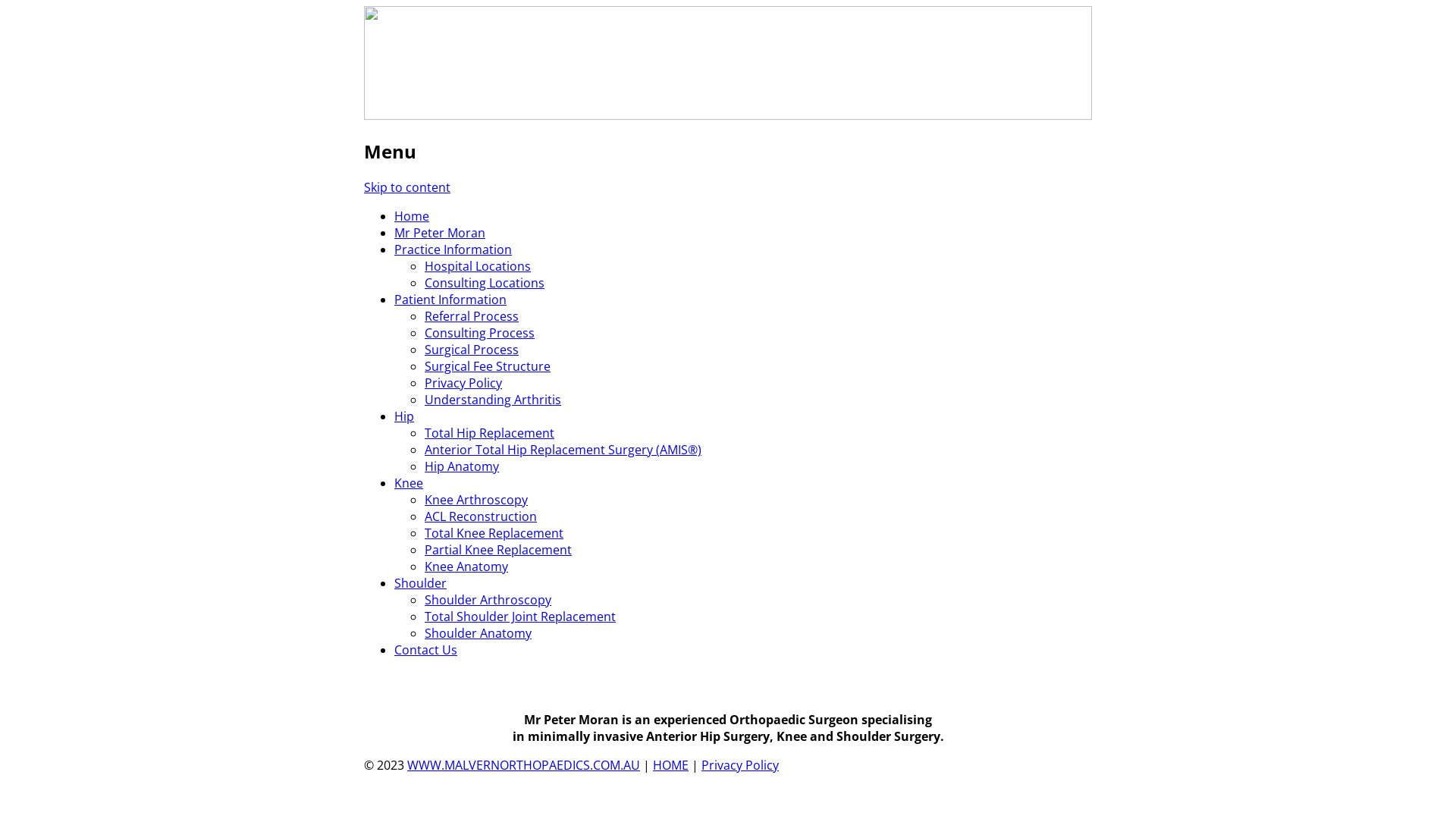  I want to click on 'Referral Process', so click(471, 315).